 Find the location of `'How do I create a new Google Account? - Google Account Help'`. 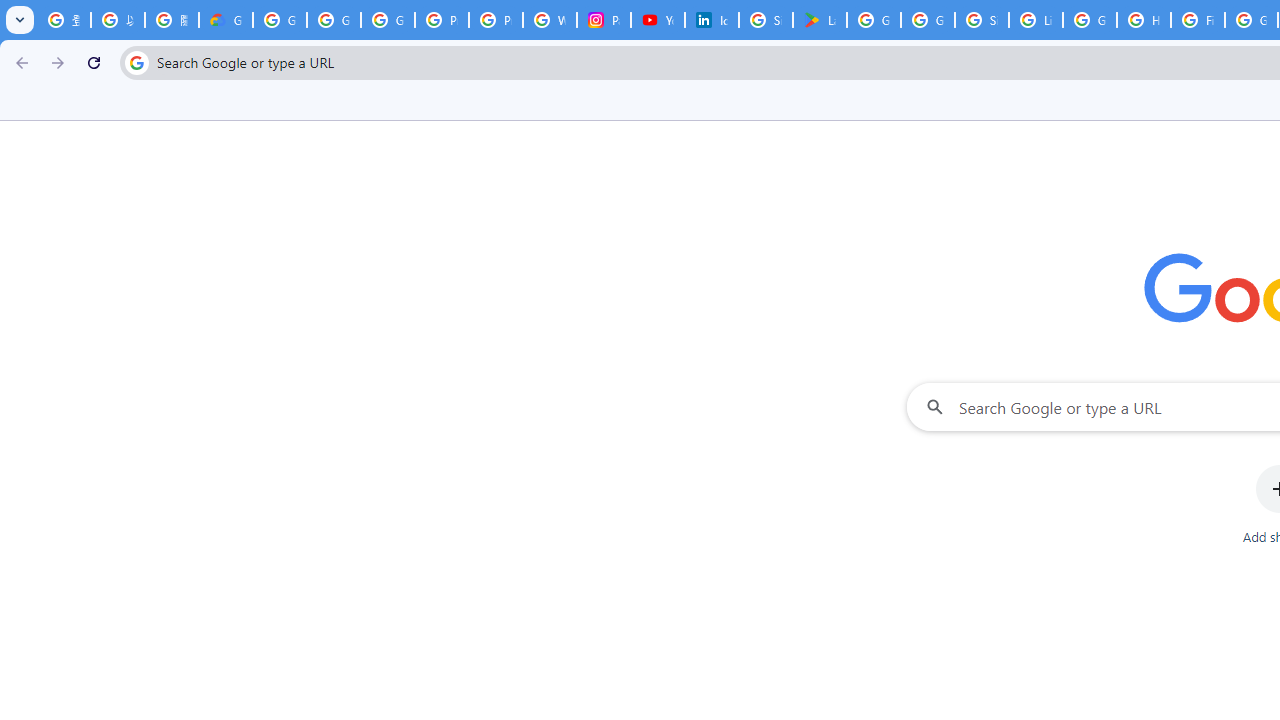

'How do I create a new Google Account? - Google Account Help' is located at coordinates (1144, 20).